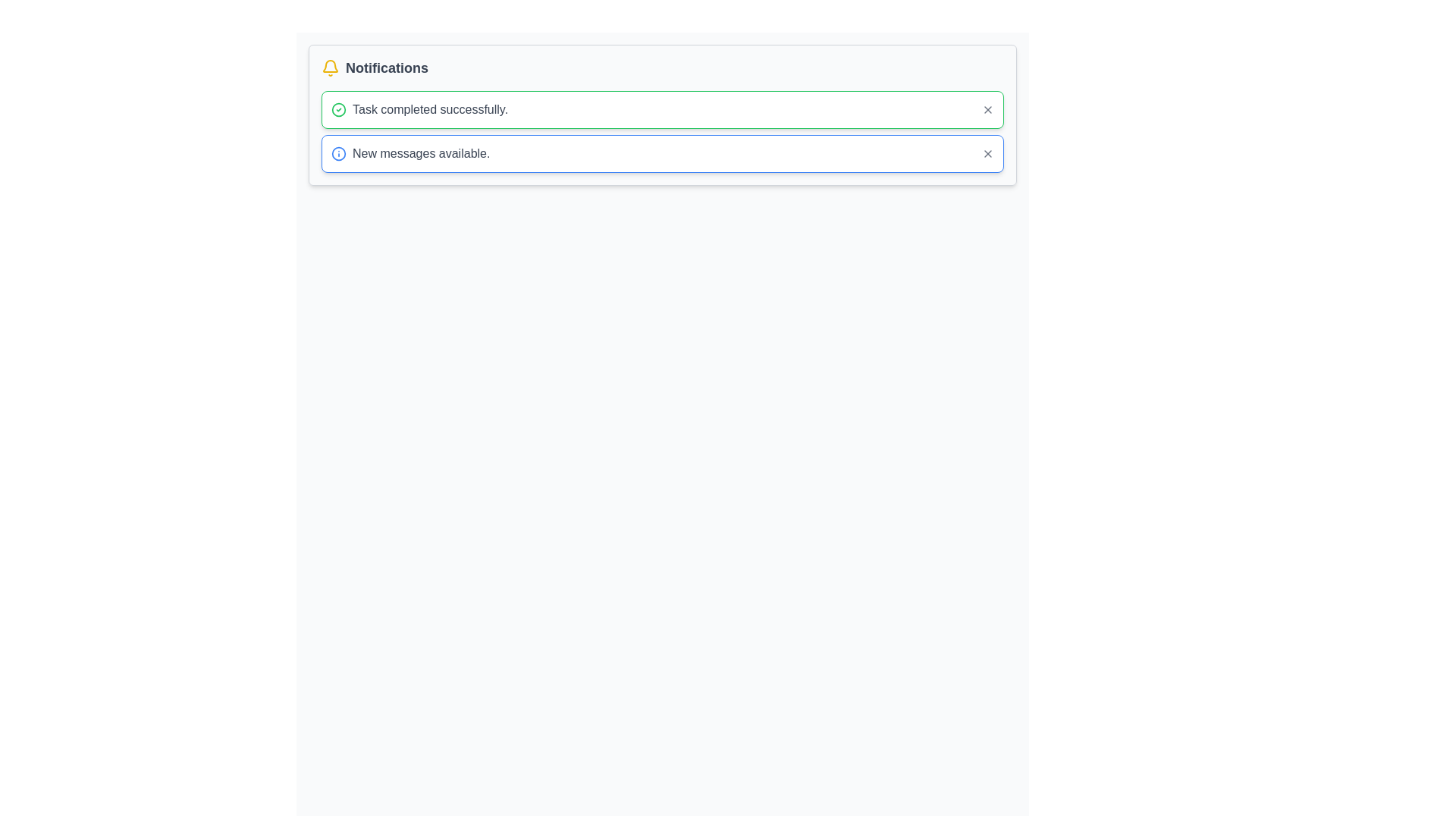 The height and width of the screenshot is (819, 1456). I want to click on the Text Label element displaying 'New messages available.' which is located within a notification card, to the right of the blue information icon, so click(421, 154).